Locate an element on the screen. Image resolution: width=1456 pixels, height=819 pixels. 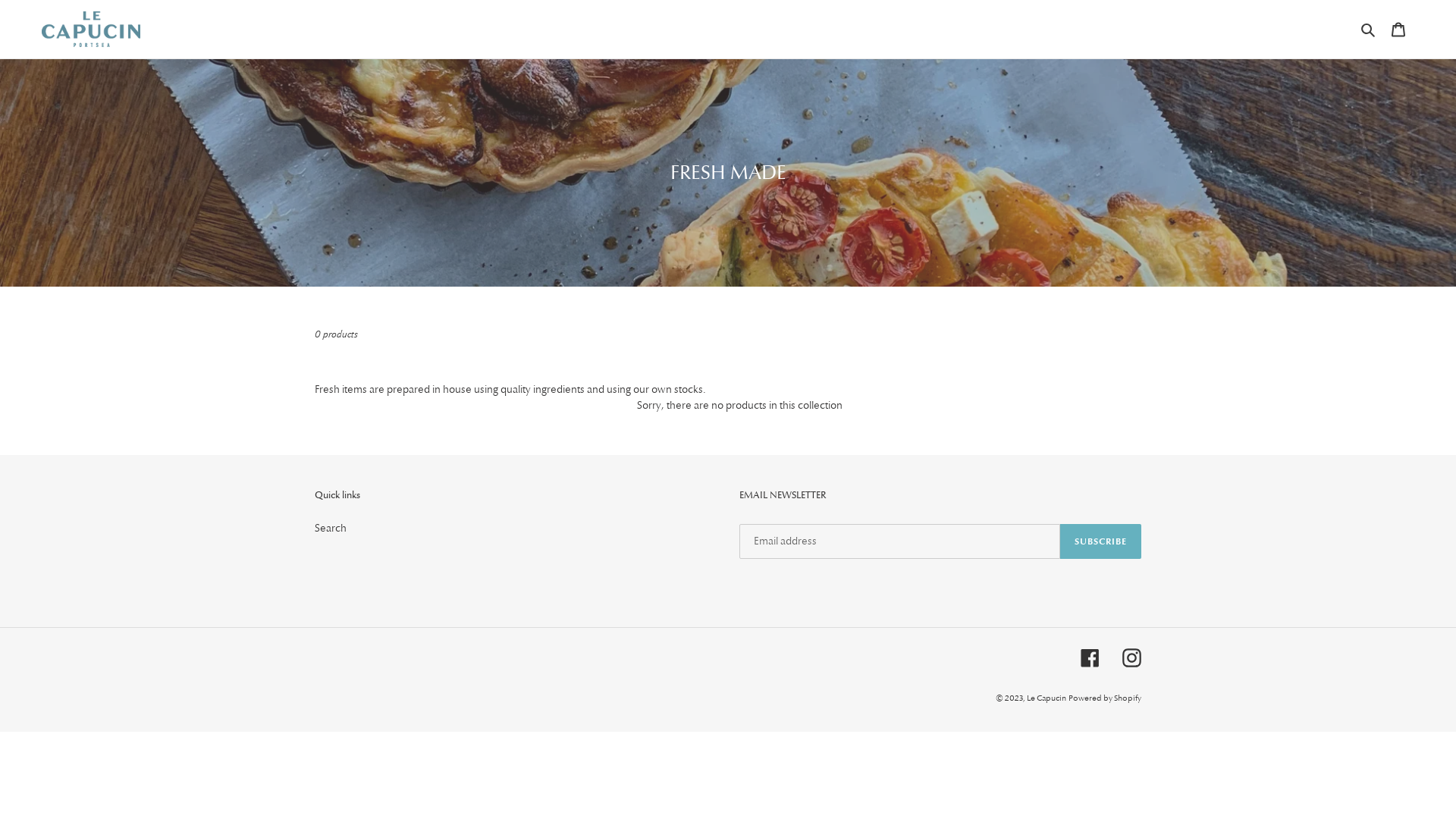
'SUBSCRIBE' is located at coordinates (1100, 540).